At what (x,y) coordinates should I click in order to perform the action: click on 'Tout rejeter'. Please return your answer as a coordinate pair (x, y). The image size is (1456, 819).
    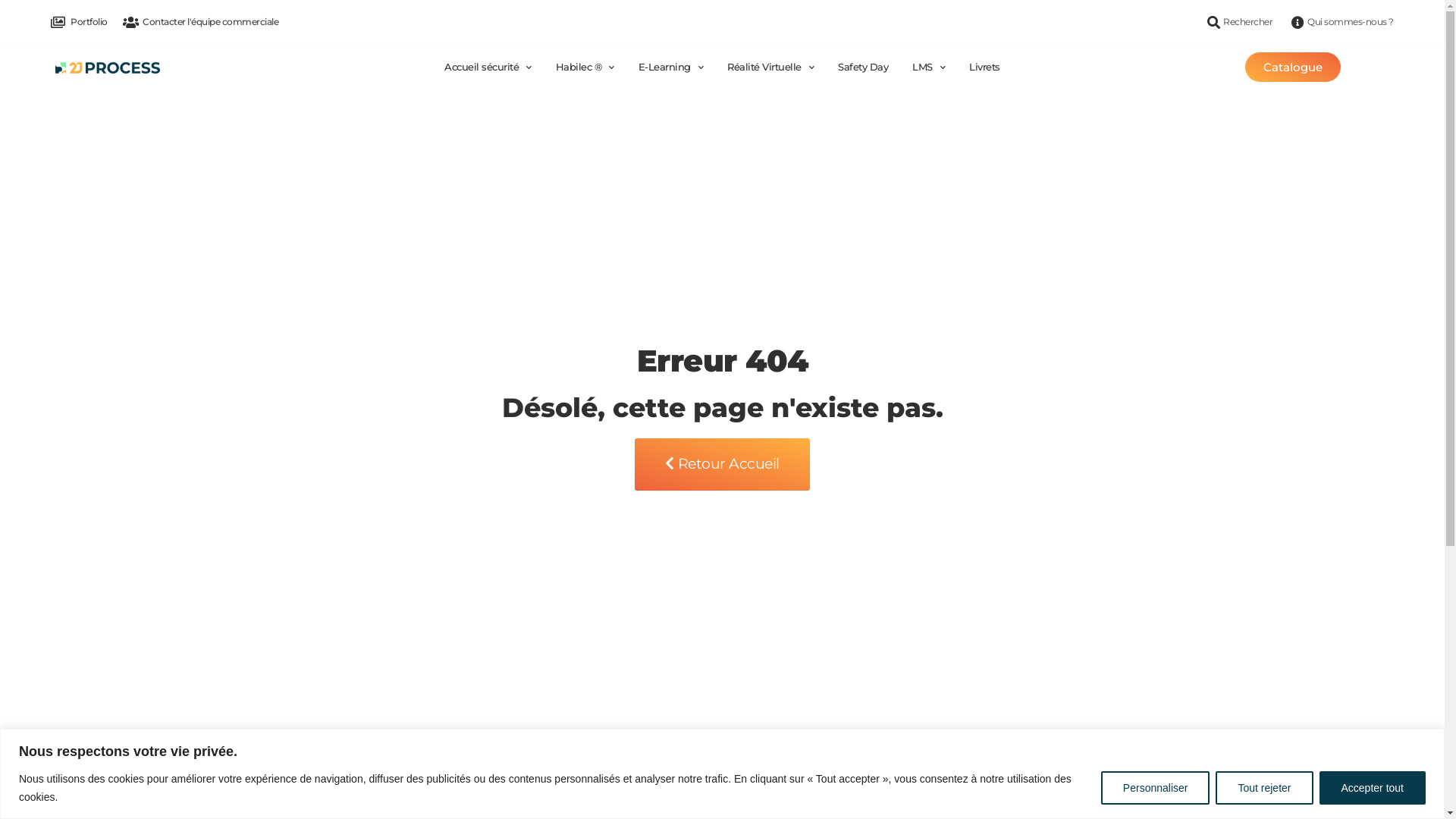
    Looking at the image, I should click on (1216, 786).